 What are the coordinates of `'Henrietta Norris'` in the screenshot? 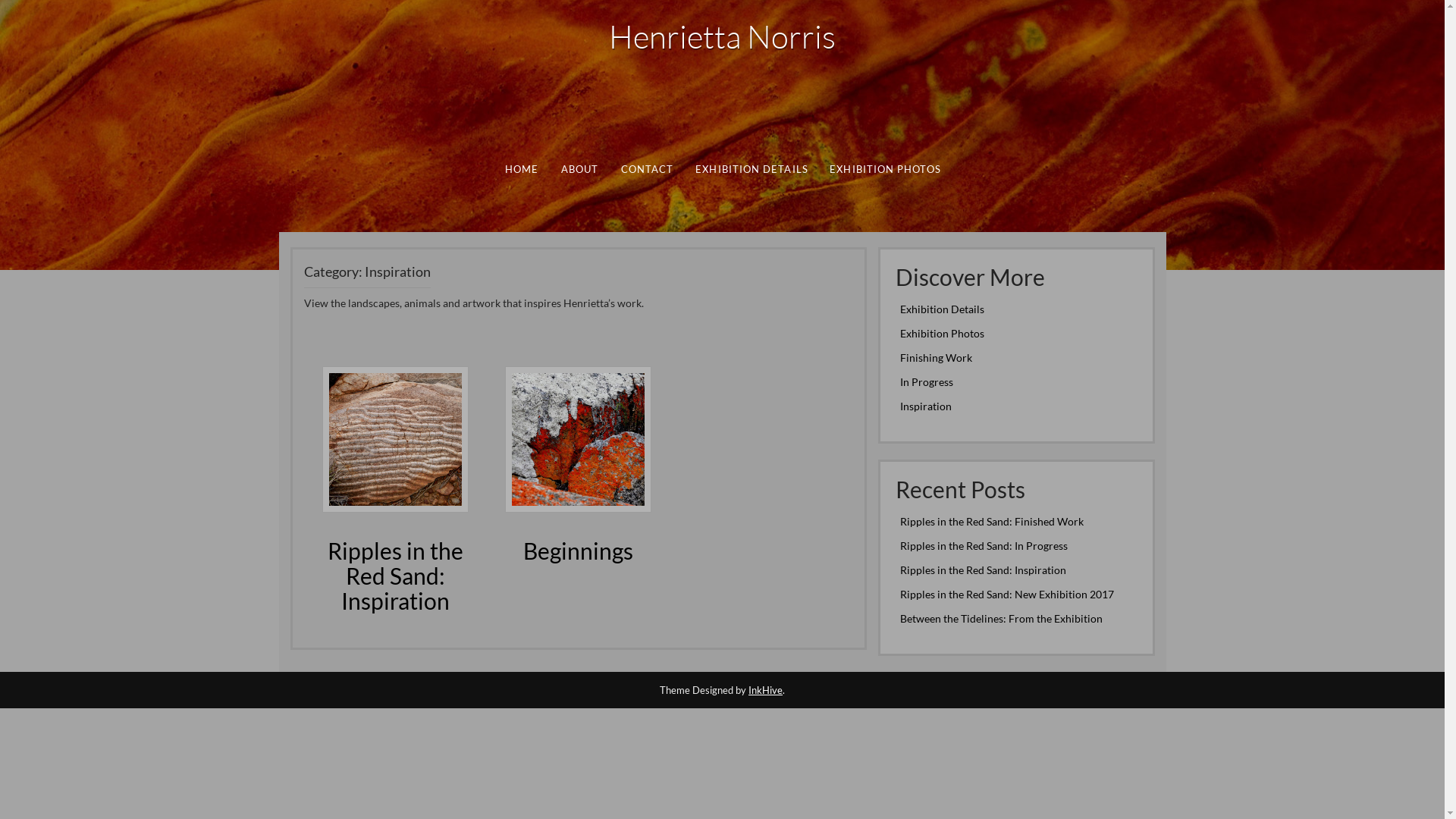 It's located at (721, 35).